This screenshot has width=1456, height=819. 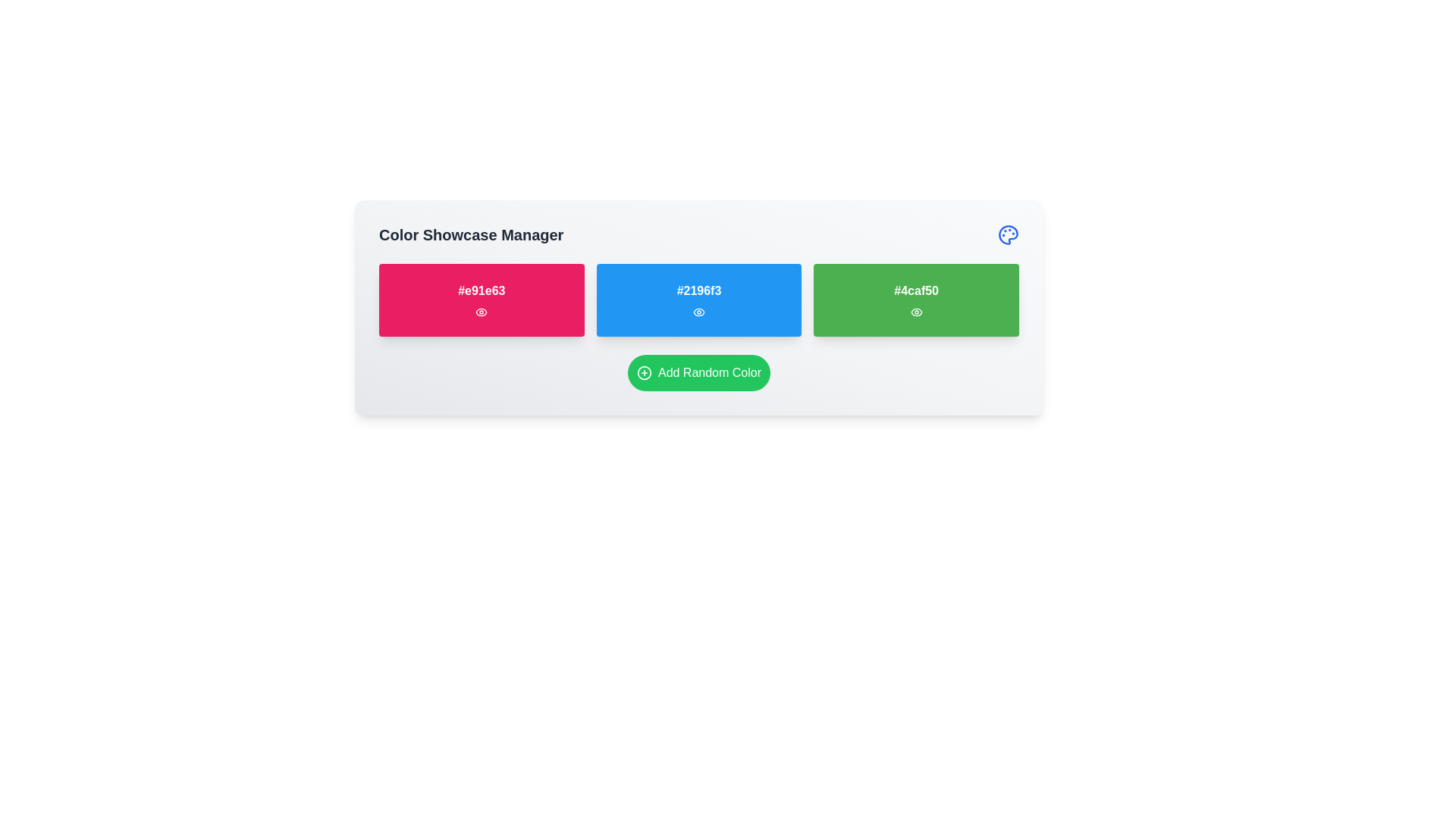 I want to click on the visibility toggle icon represented by an eye within the first card (pink, labeled '#e91e63') below the 'Color Showcase Manager' title, so click(x=481, y=312).